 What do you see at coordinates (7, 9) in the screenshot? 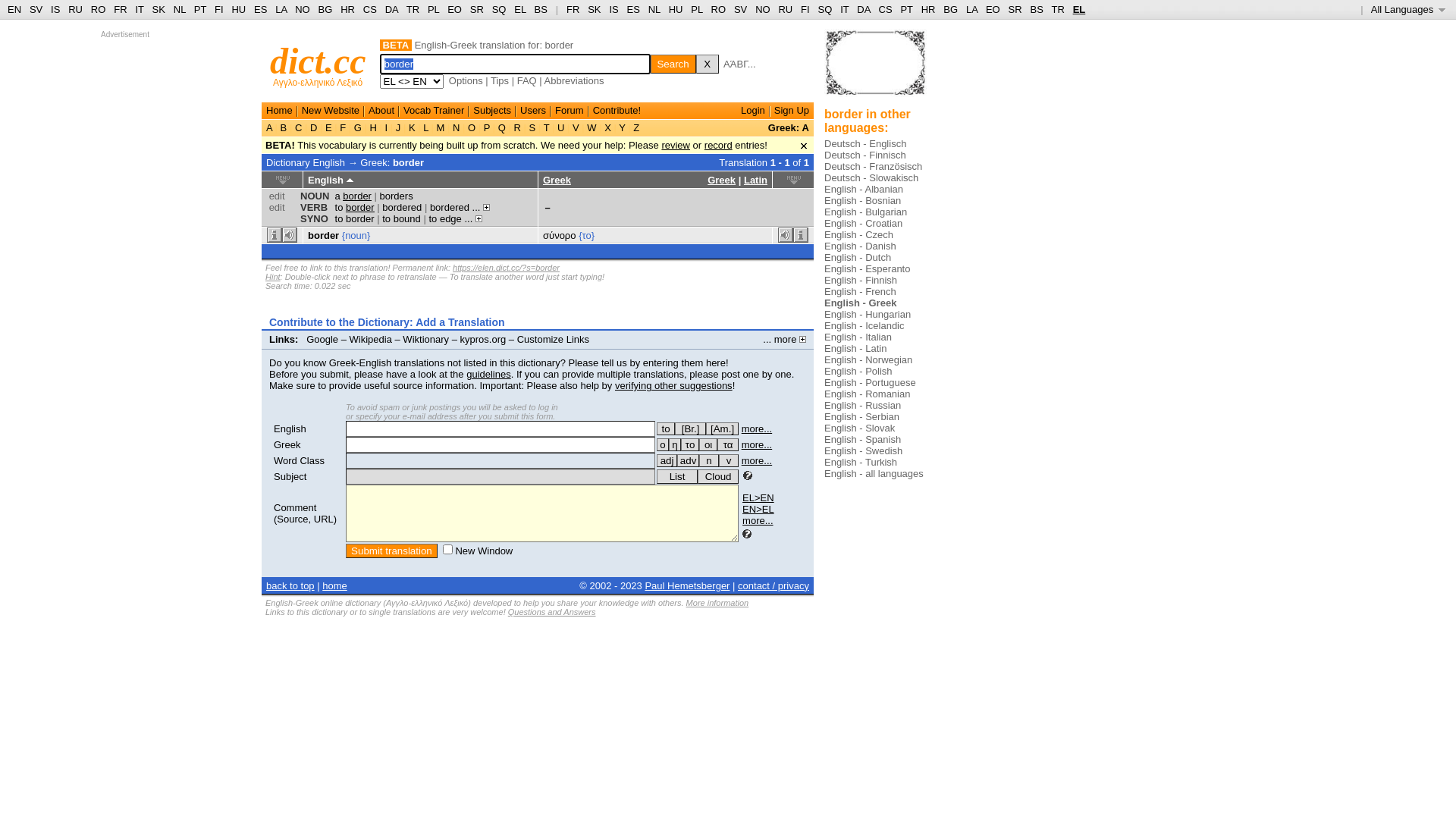
I see `'EN'` at bounding box center [7, 9].